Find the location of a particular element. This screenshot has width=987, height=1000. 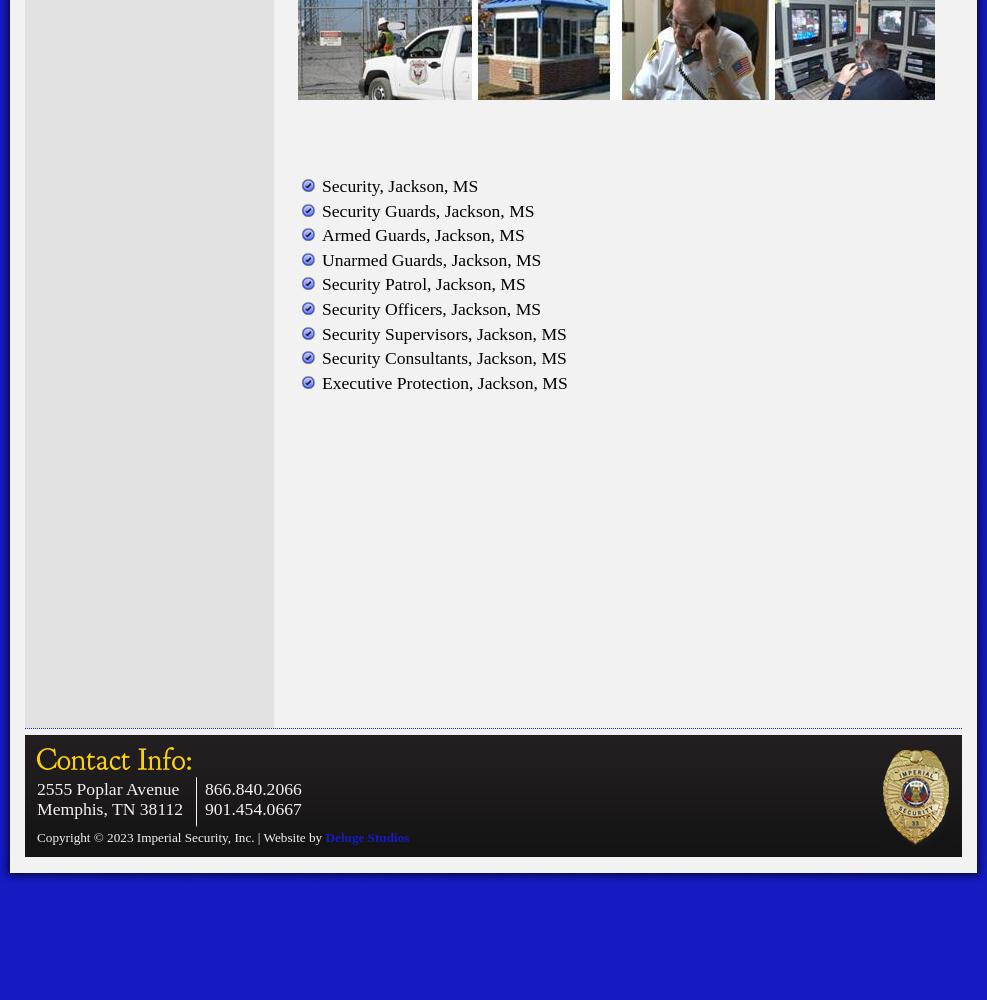

'866.840.2066' is located at coordinates (252, 788).